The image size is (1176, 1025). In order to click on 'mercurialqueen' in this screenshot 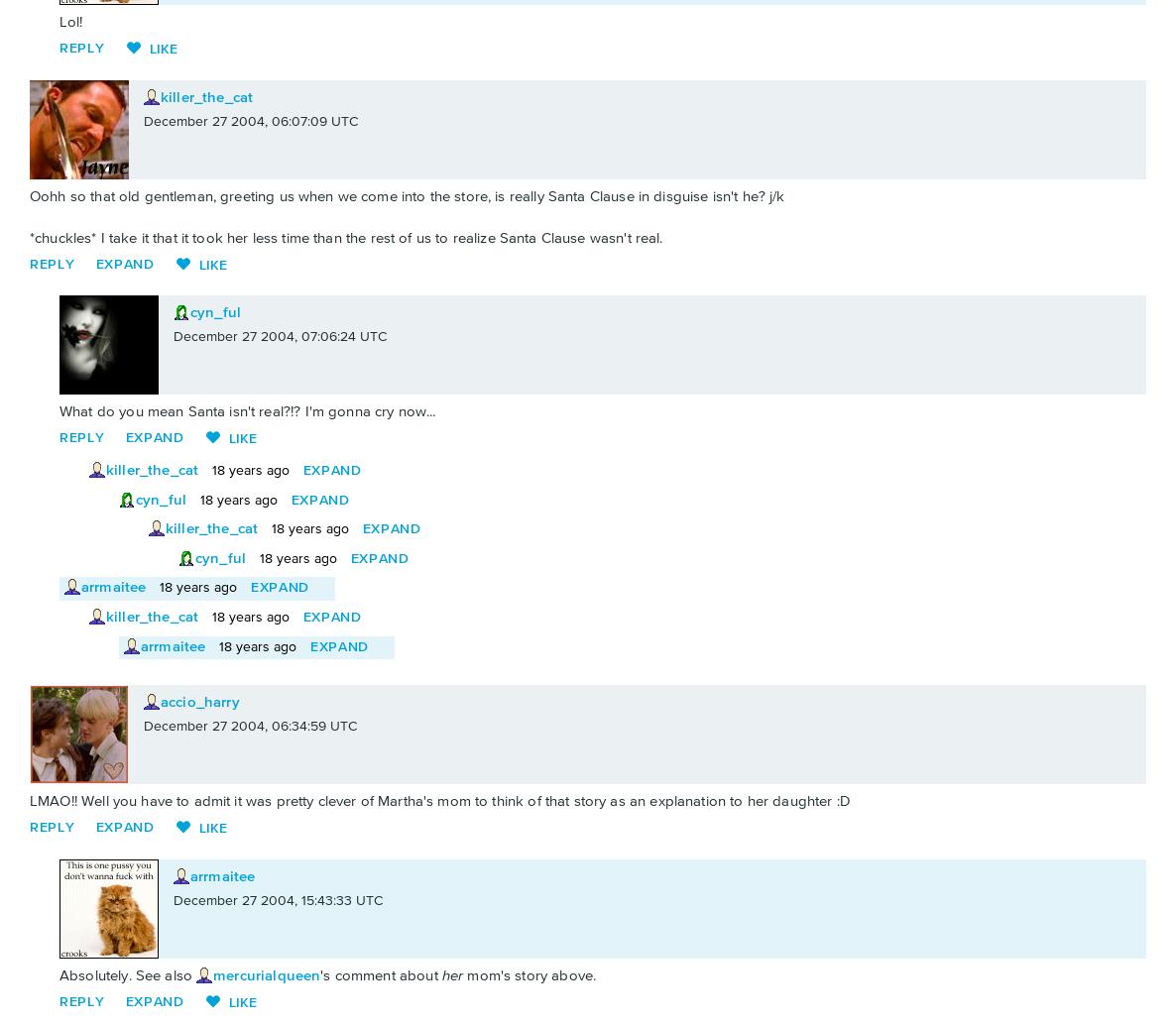, I will do `click(265, 973)`.